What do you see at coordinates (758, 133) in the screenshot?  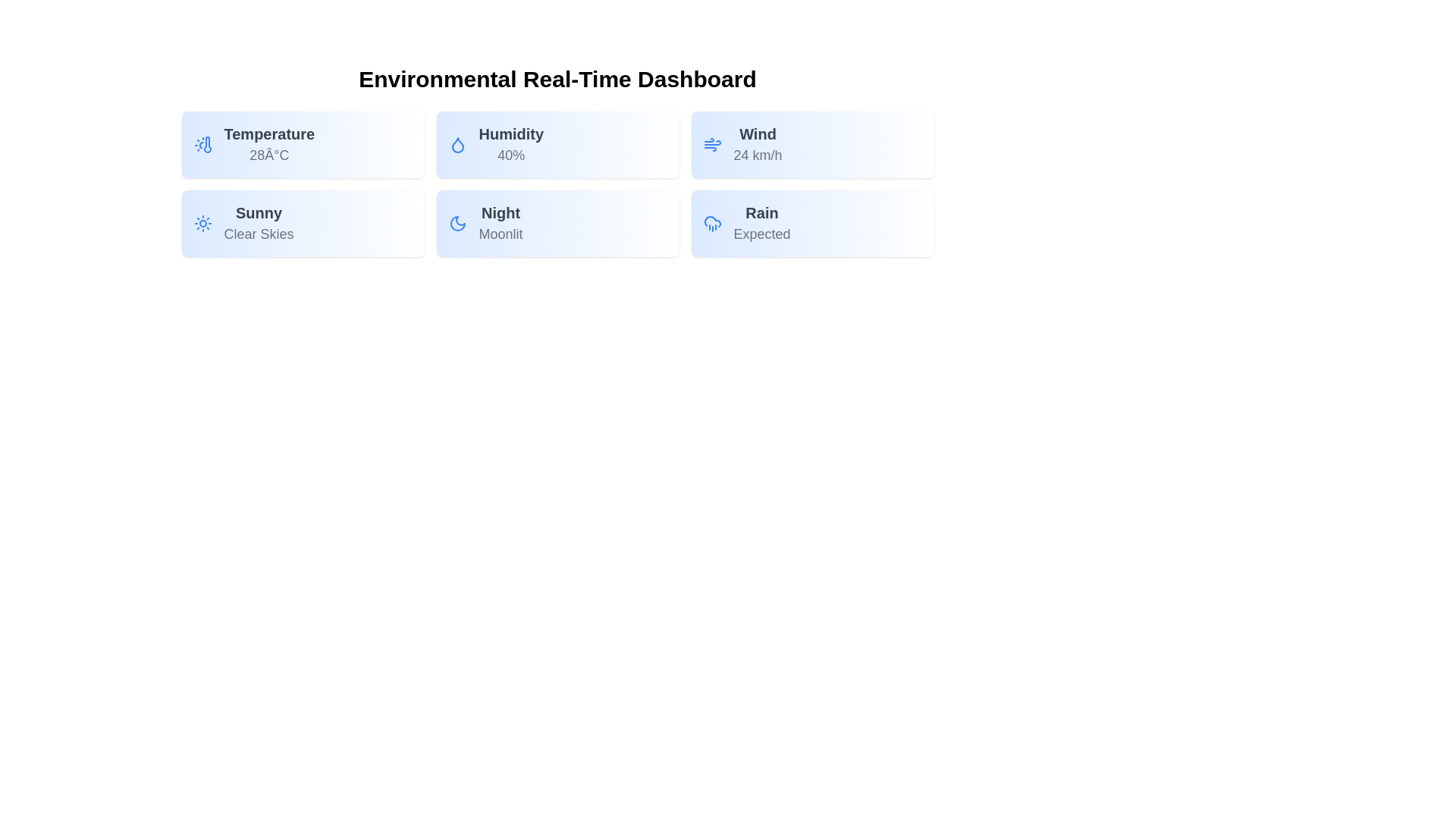 I see `the static text label indicating wind speed in the top-right card of the environmental dashboard` at bounding box center [758, 133].